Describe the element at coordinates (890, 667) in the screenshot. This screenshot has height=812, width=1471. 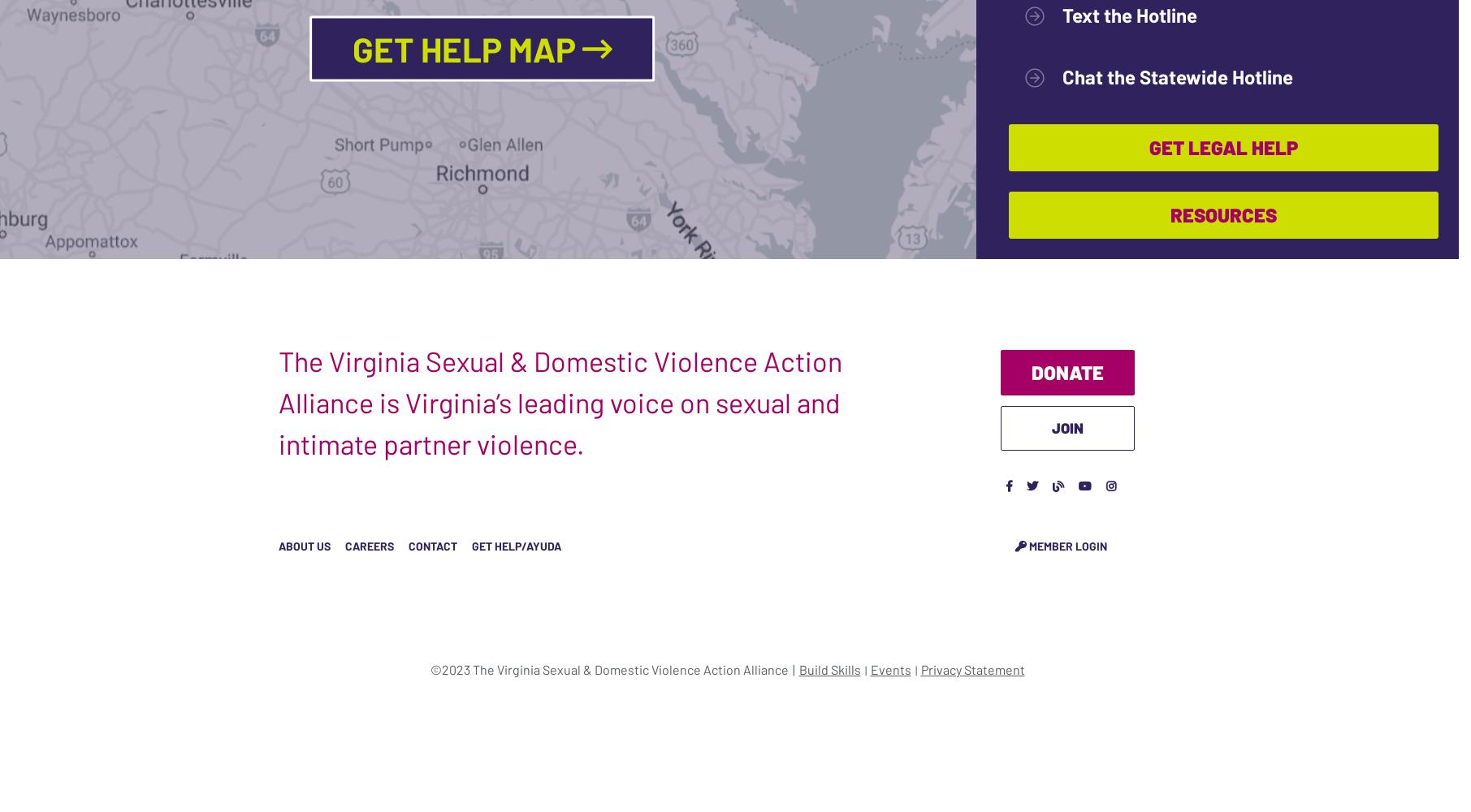
I see `'Events'` at that location.